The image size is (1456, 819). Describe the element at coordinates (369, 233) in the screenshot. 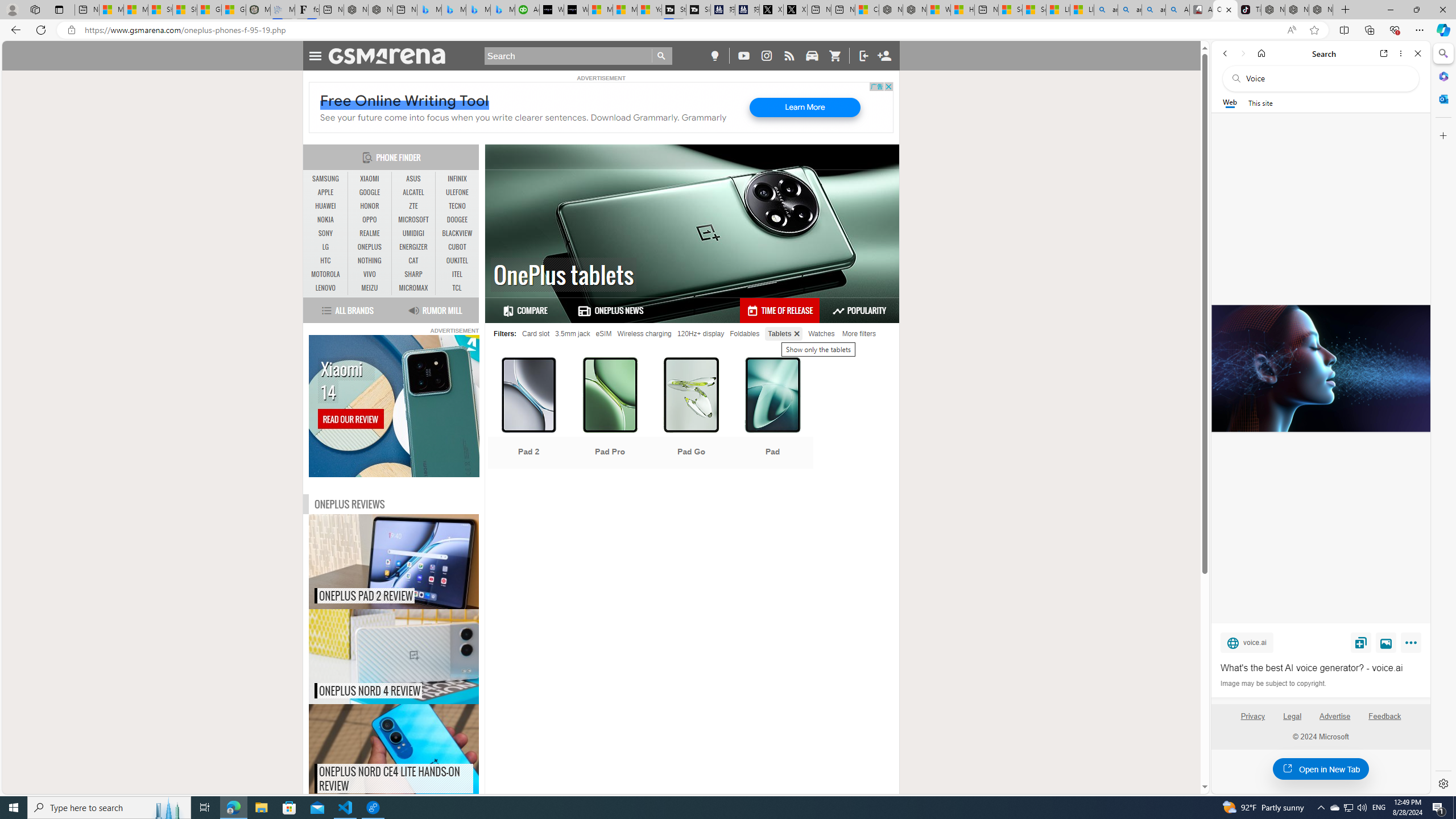

I see `'REALME'` at that location.